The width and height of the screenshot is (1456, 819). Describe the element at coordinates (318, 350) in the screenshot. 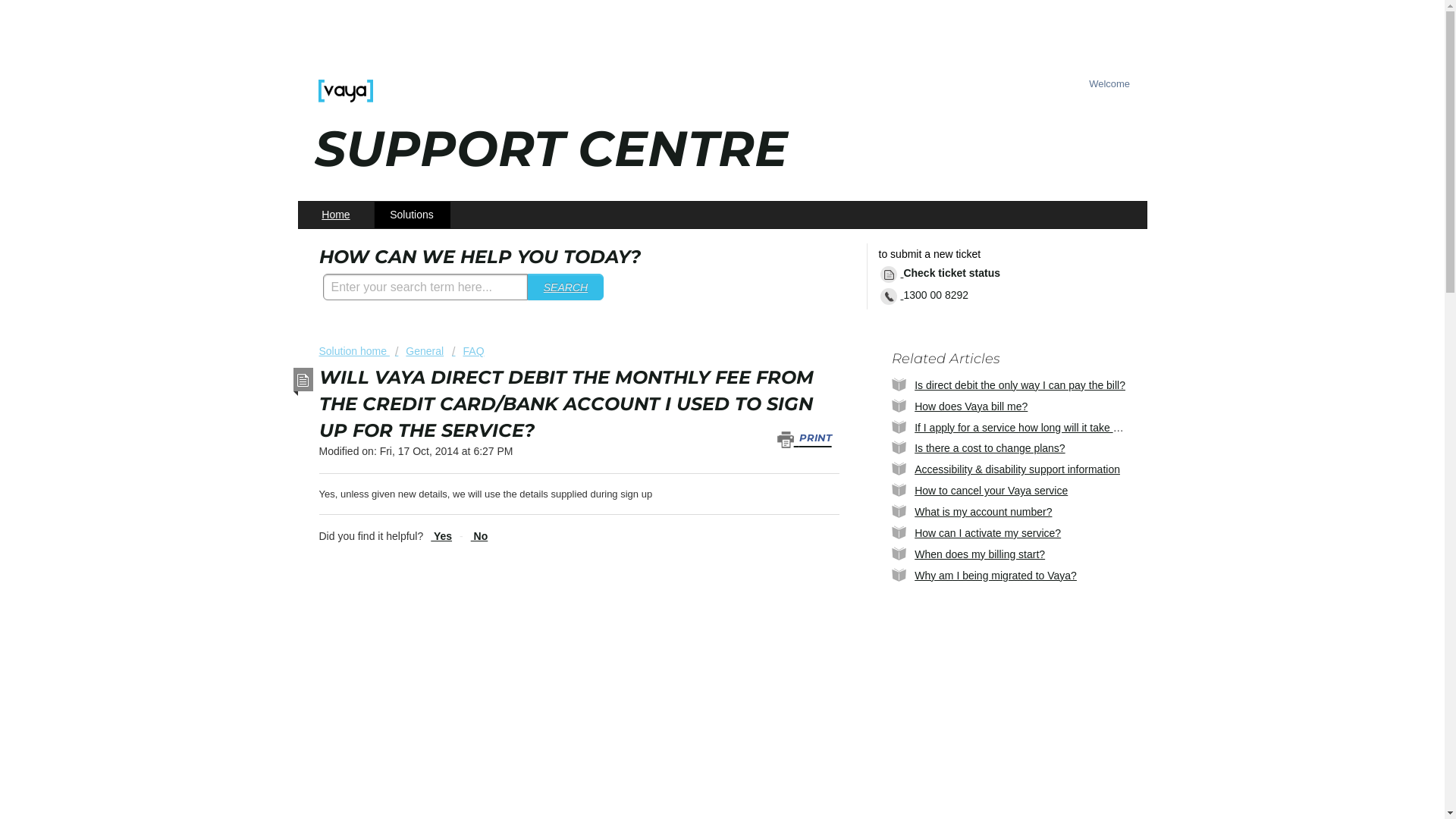

I see `'Solution home'` at that location.